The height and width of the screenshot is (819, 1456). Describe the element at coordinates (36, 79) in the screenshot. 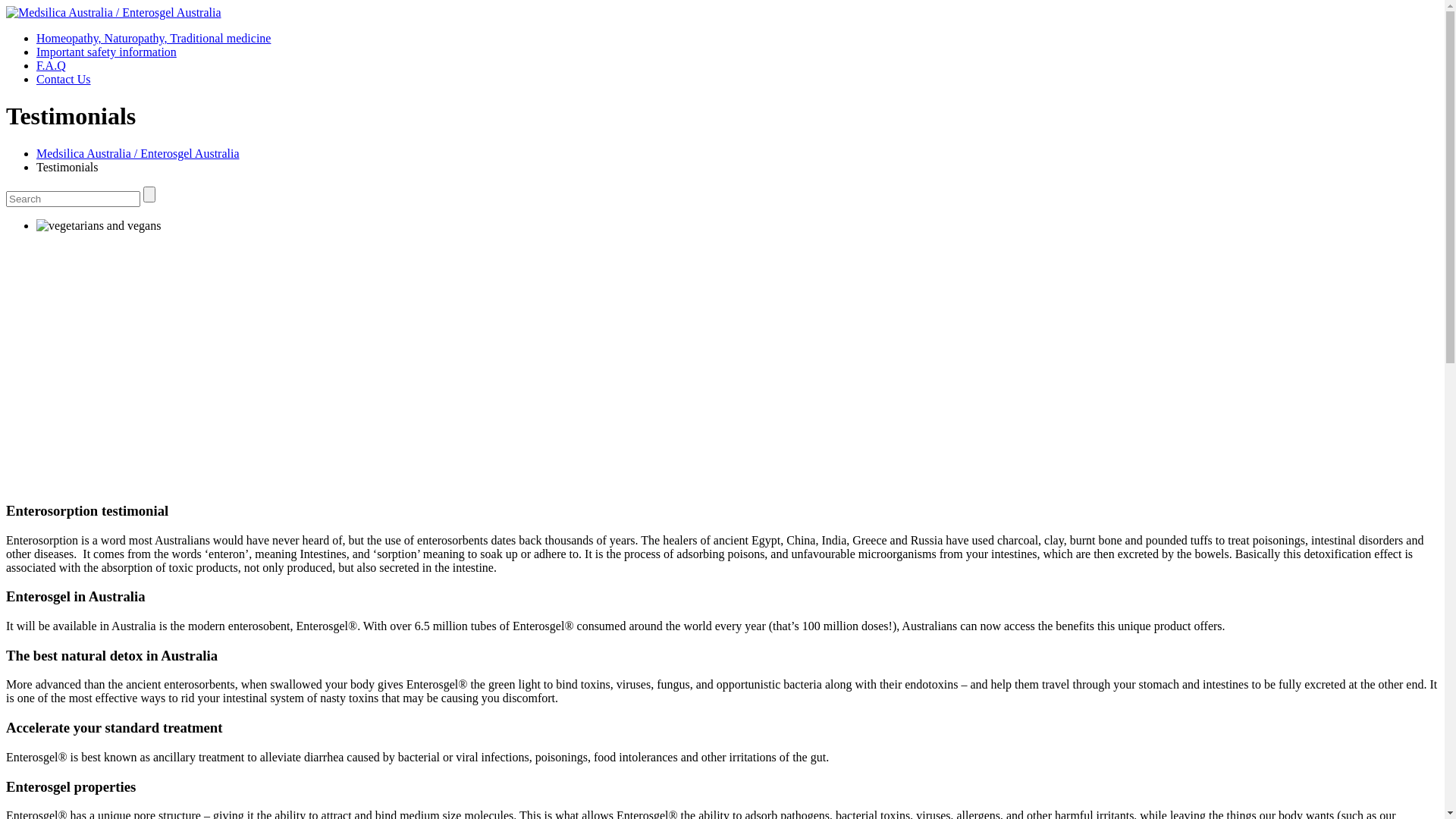

I see `'Contact Us'` at that location.